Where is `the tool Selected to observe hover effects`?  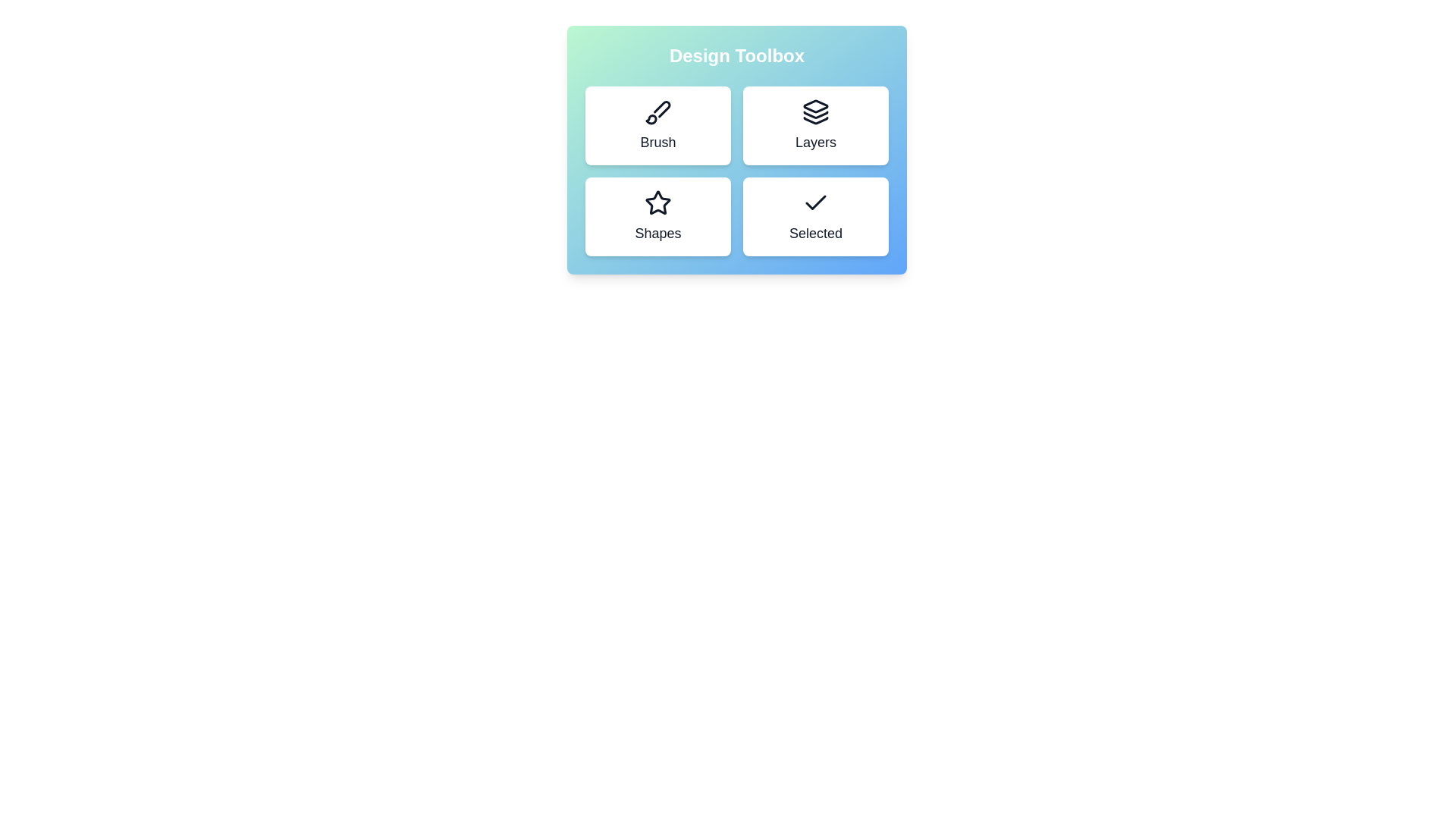
the tool Selected to observe hover effects is located at coordinates (814, 216).